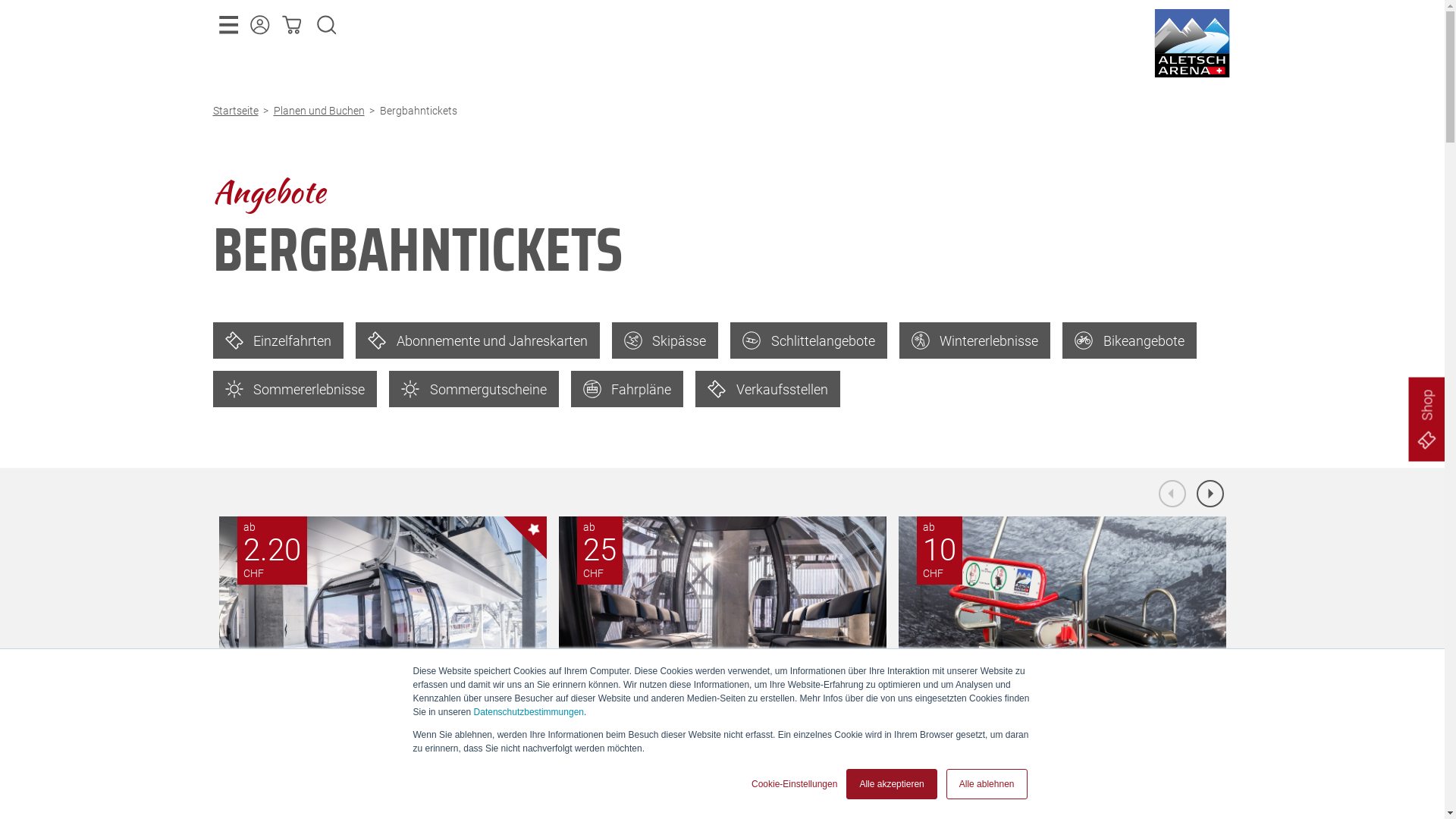 The image size is (1456, 819). I want to click on 'Datenschutzbestimmungen', so click(529, 711).